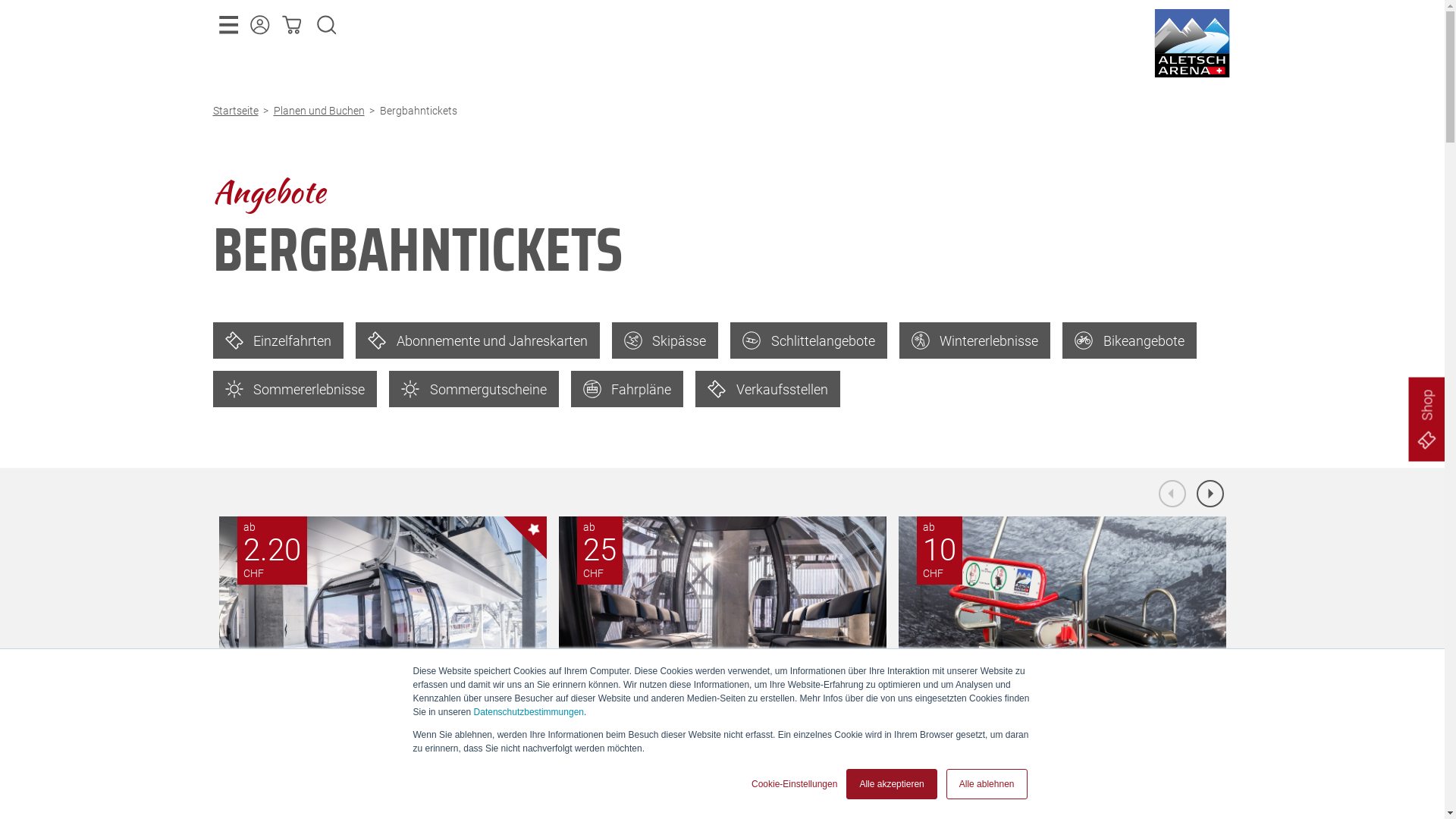 The image size is (1456, 819). I want to click on 'Datenschutzbestimmungen', so click(529, 711).